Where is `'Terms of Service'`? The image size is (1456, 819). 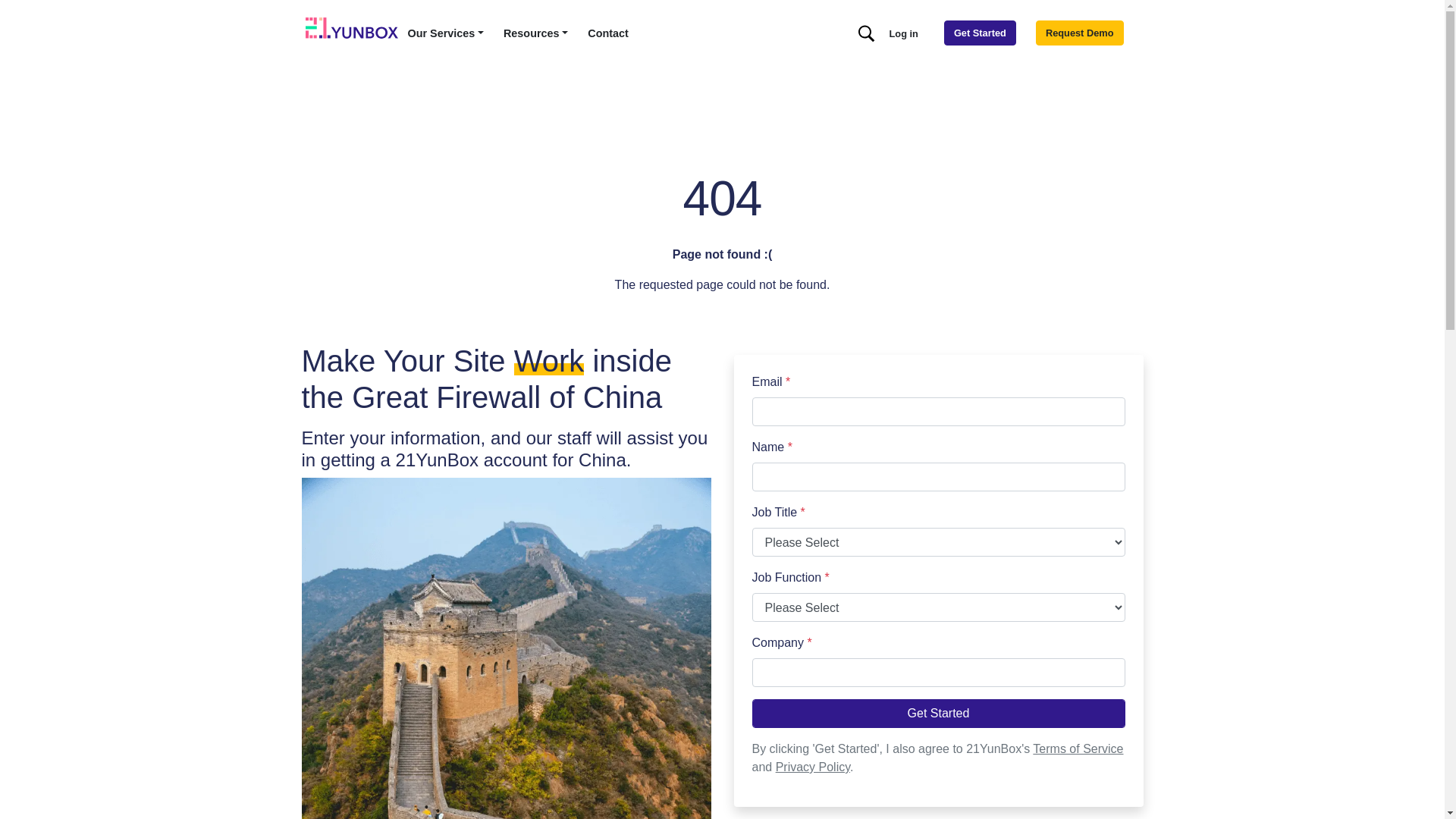
'Terms of Service' is located at coordinates (1077, 748).